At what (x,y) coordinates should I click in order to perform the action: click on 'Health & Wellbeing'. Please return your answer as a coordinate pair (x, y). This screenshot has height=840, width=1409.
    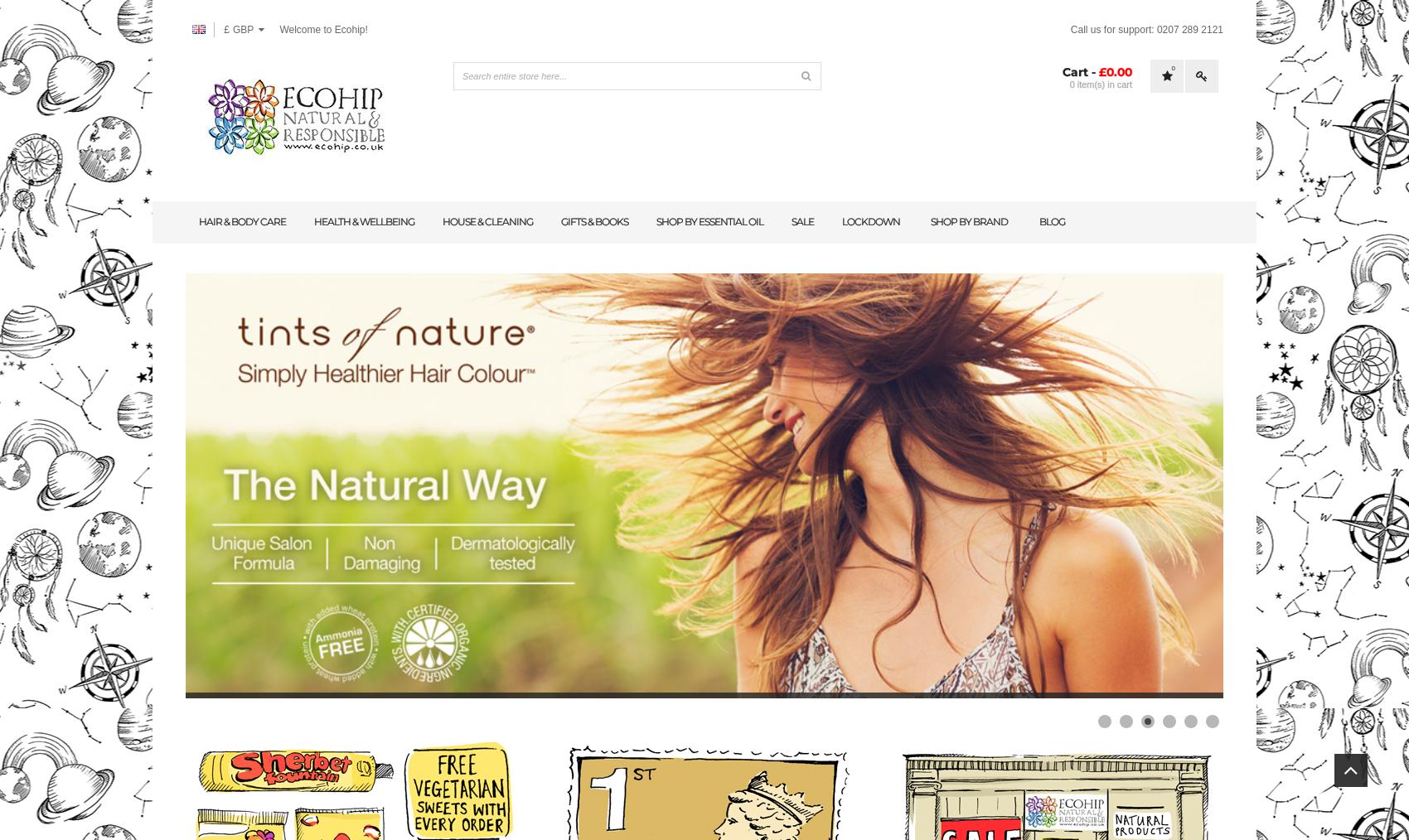
    Looking at the image, I should click on (364, 221).